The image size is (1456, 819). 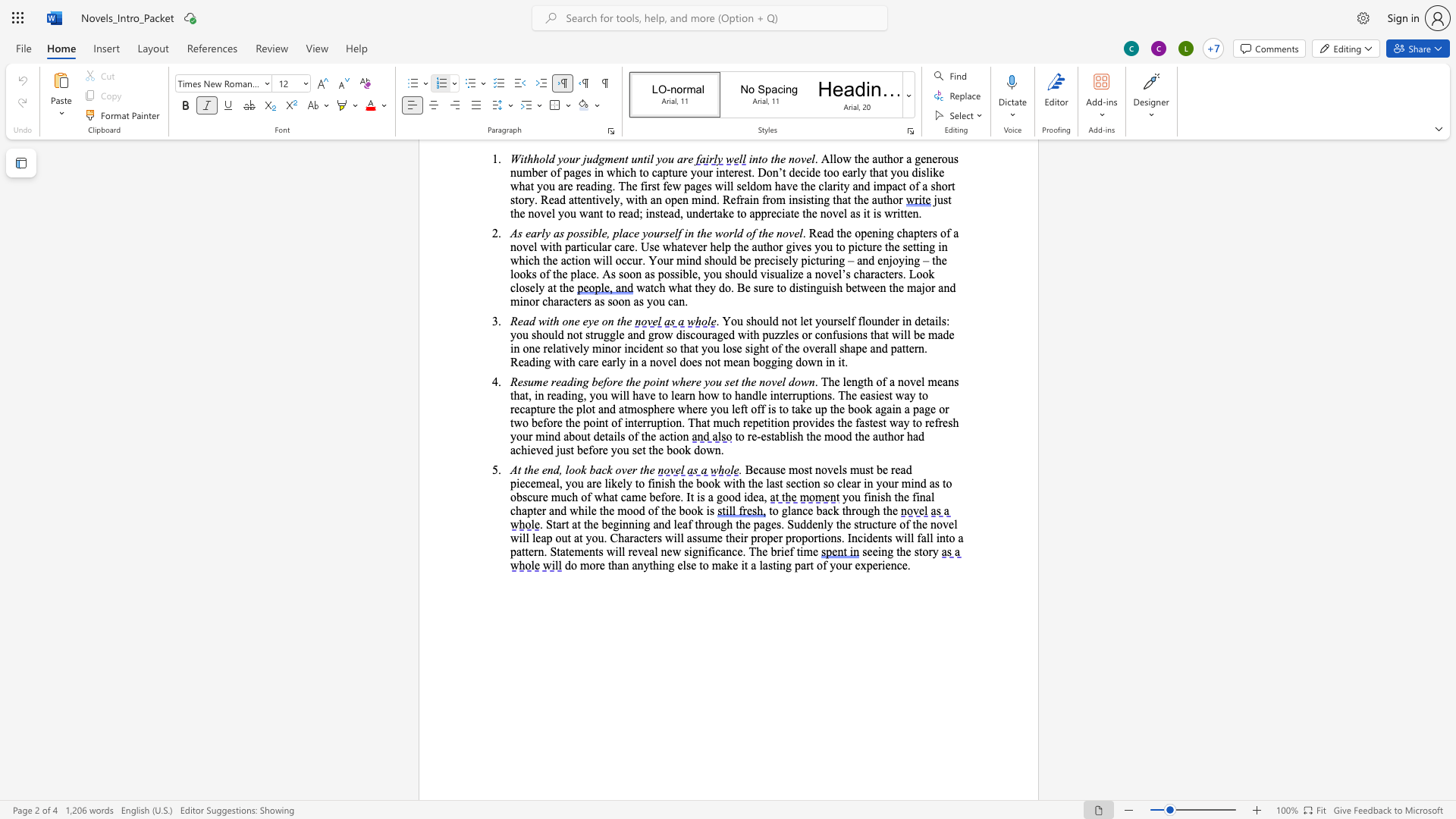 I want to click on the space between the continuous character "s" and "o" in the text, so click(x=670, y=348).